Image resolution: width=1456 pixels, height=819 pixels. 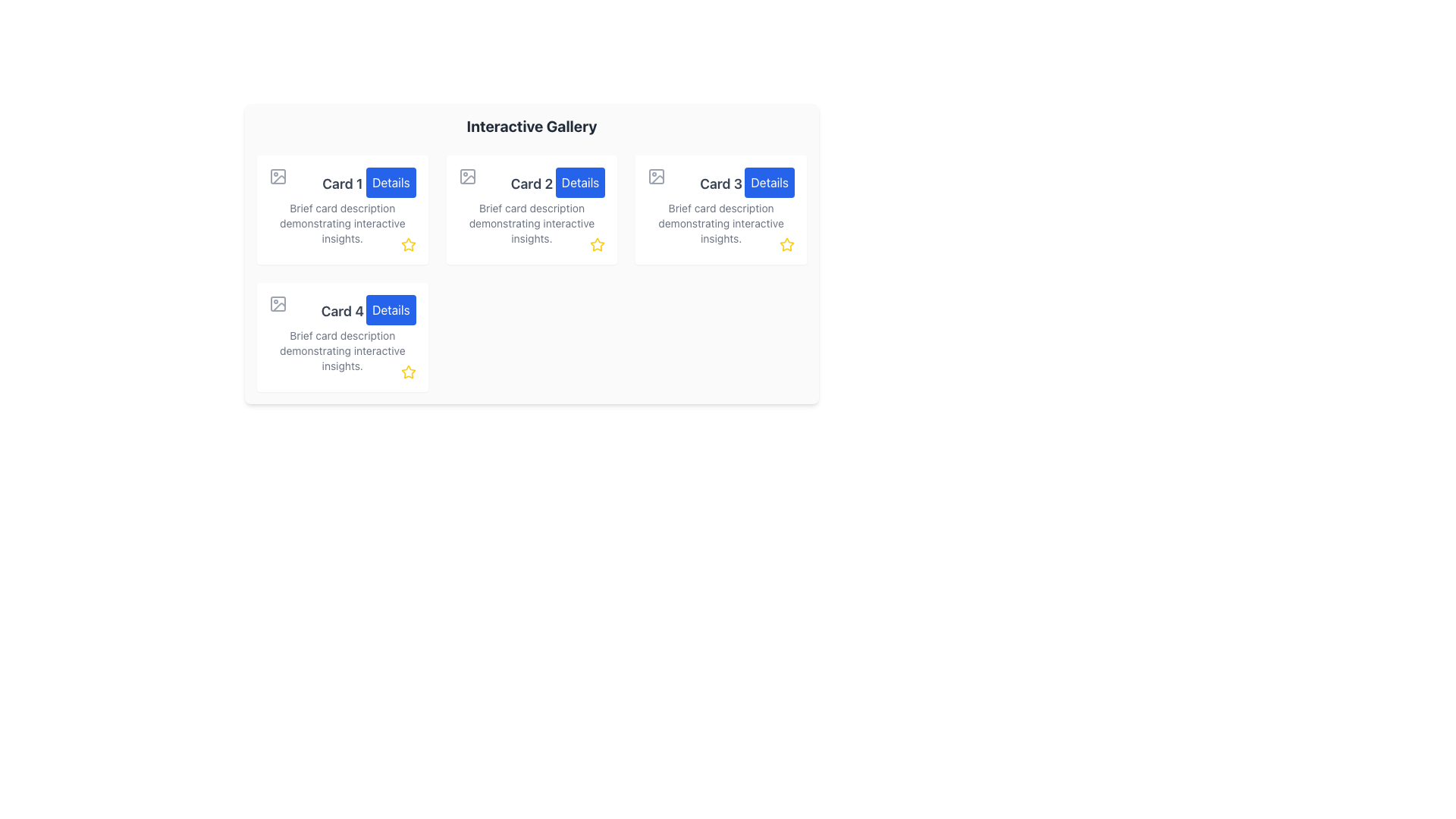 I want to click on the static text label 'Card 3' which is displayed in bold gray font at the top-center of the third card in the card group, so click(x=720, y=184).